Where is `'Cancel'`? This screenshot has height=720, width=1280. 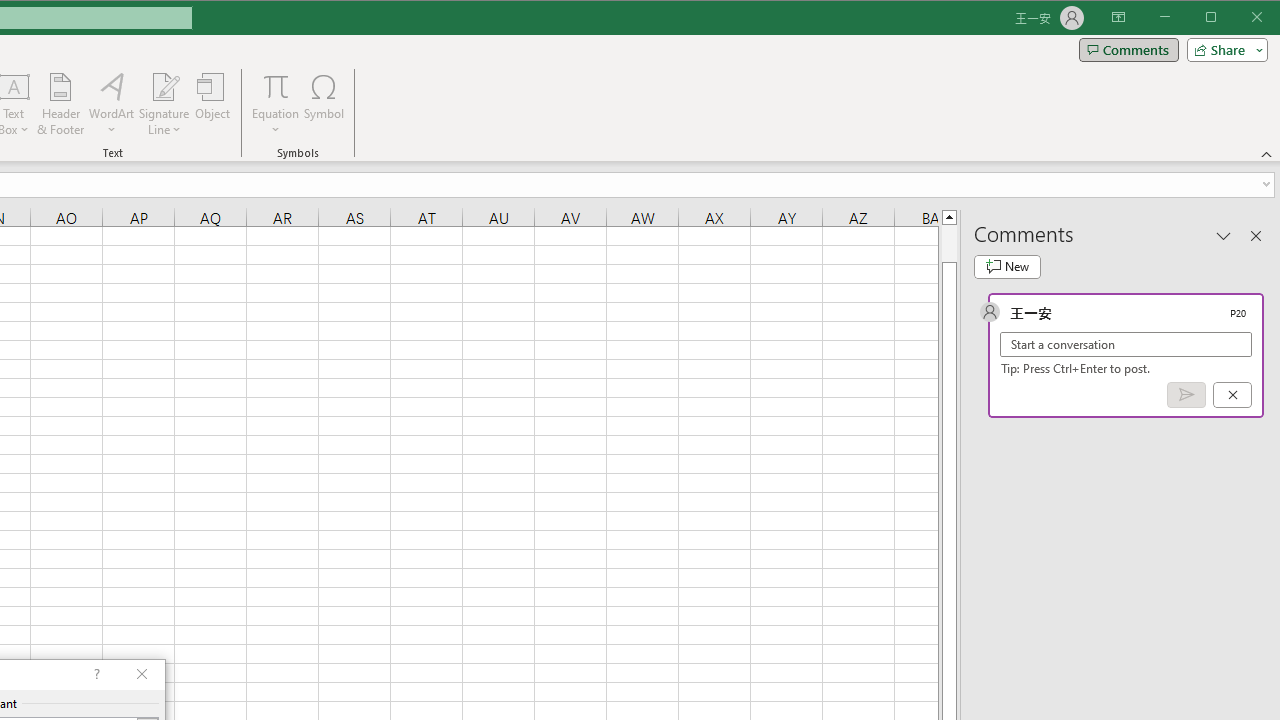
'Cancel' is located at coordinates (1231, 395).